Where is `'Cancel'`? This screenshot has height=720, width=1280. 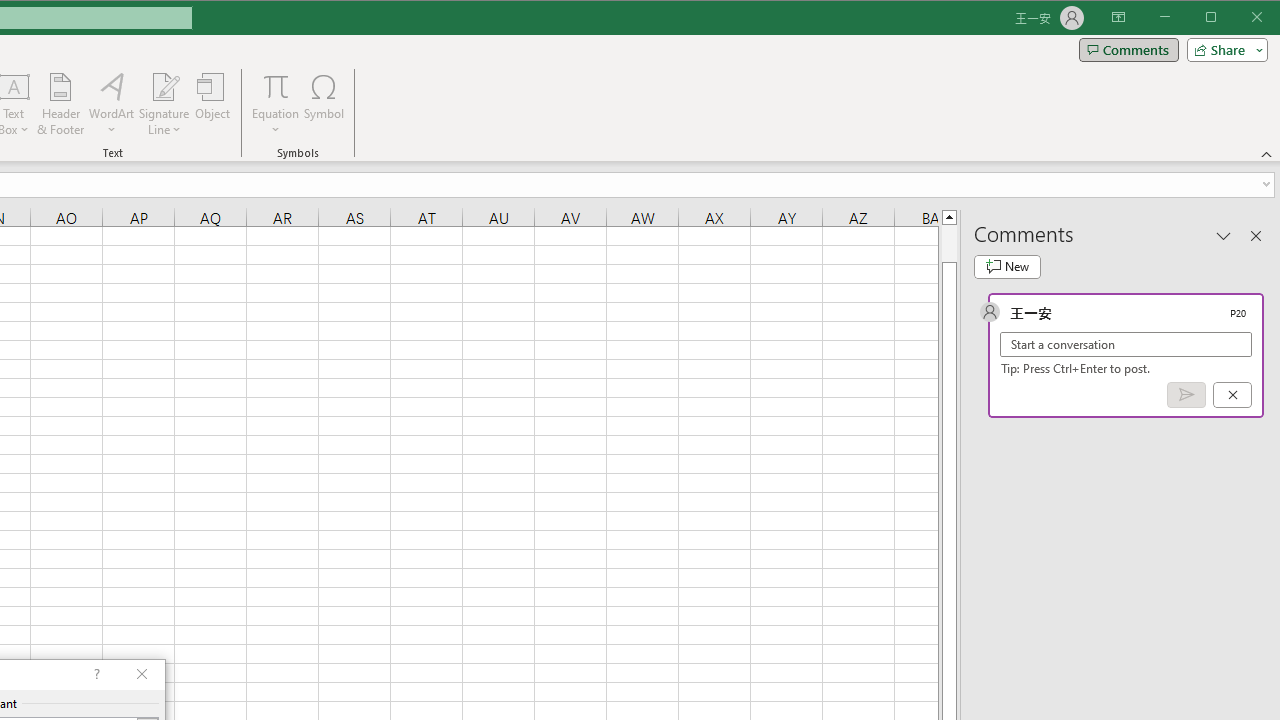
'Cancel' is located at coordinates (1231, 395).